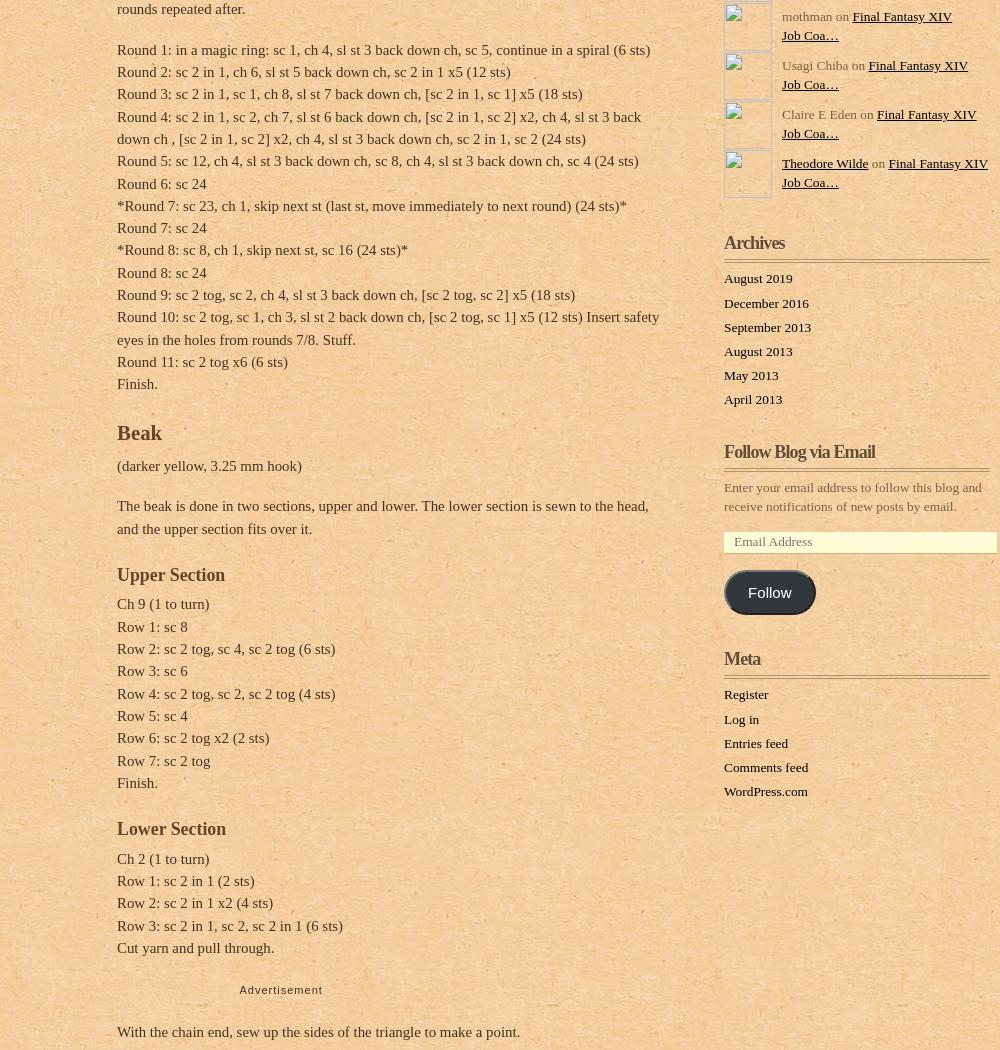 Image resolution: width=1000 pixels, height=1050 pixels. What do you see at coordinates (382, 516) in the screenshot?
I see `'The beak is done in two sections, upper and lower. The lower section is sewn to the head, and the upper section fits over it.'` at bounding box center [382, 516].